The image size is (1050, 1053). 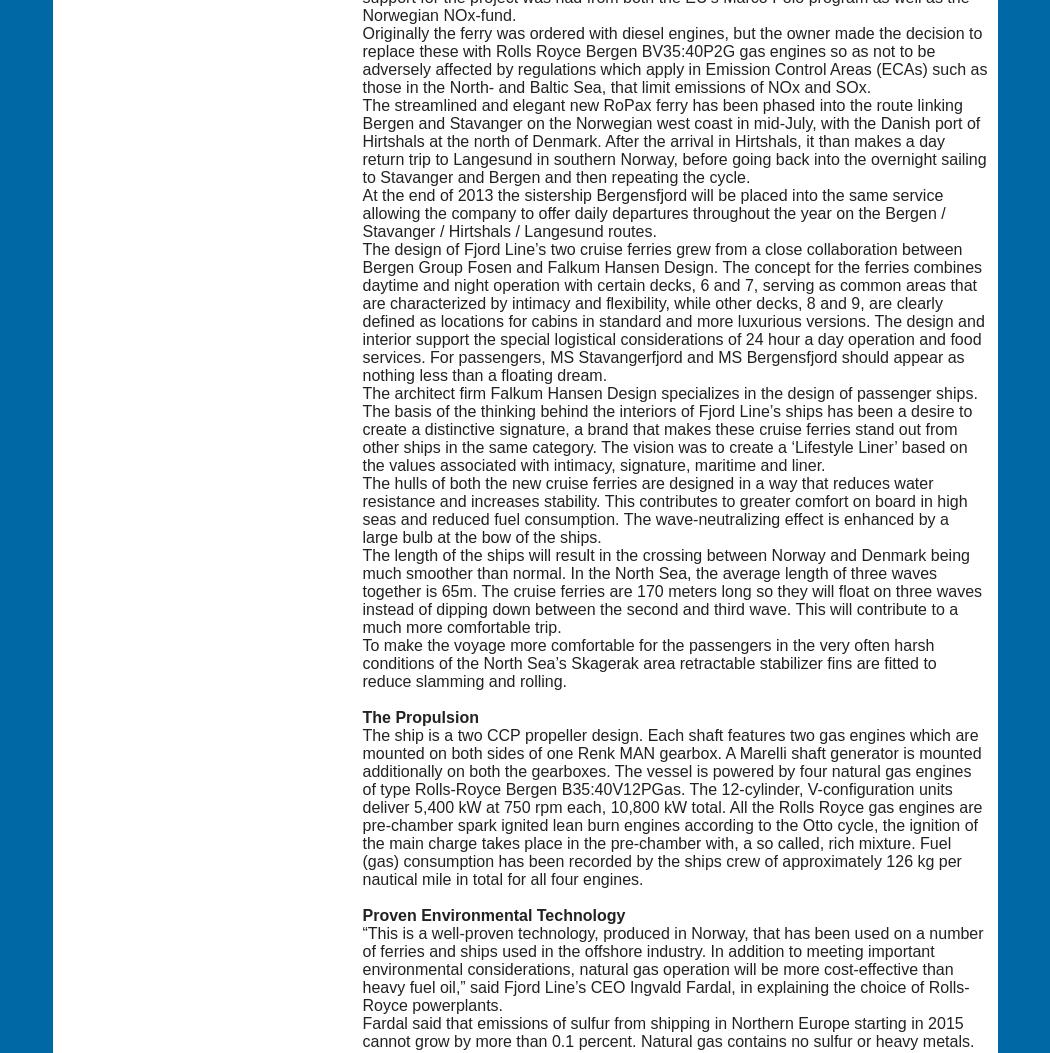 What do you see at coordinates (668, 428) in the screenshot?
I see `'The architect firm Falkum Hansen Design specializes in the design of passenger ships. The basis of the thinking behind the interiors of Fjord Line’s ships has been a desire to create a distinctive signature, a brand that makes these cruise ferries stand out from other ships in the same category. The vision was to create a ‘Lifestyle Liner’ based on the values associated with intimacy, signature, maritime and liner.'` at bounding box center [668, 428].